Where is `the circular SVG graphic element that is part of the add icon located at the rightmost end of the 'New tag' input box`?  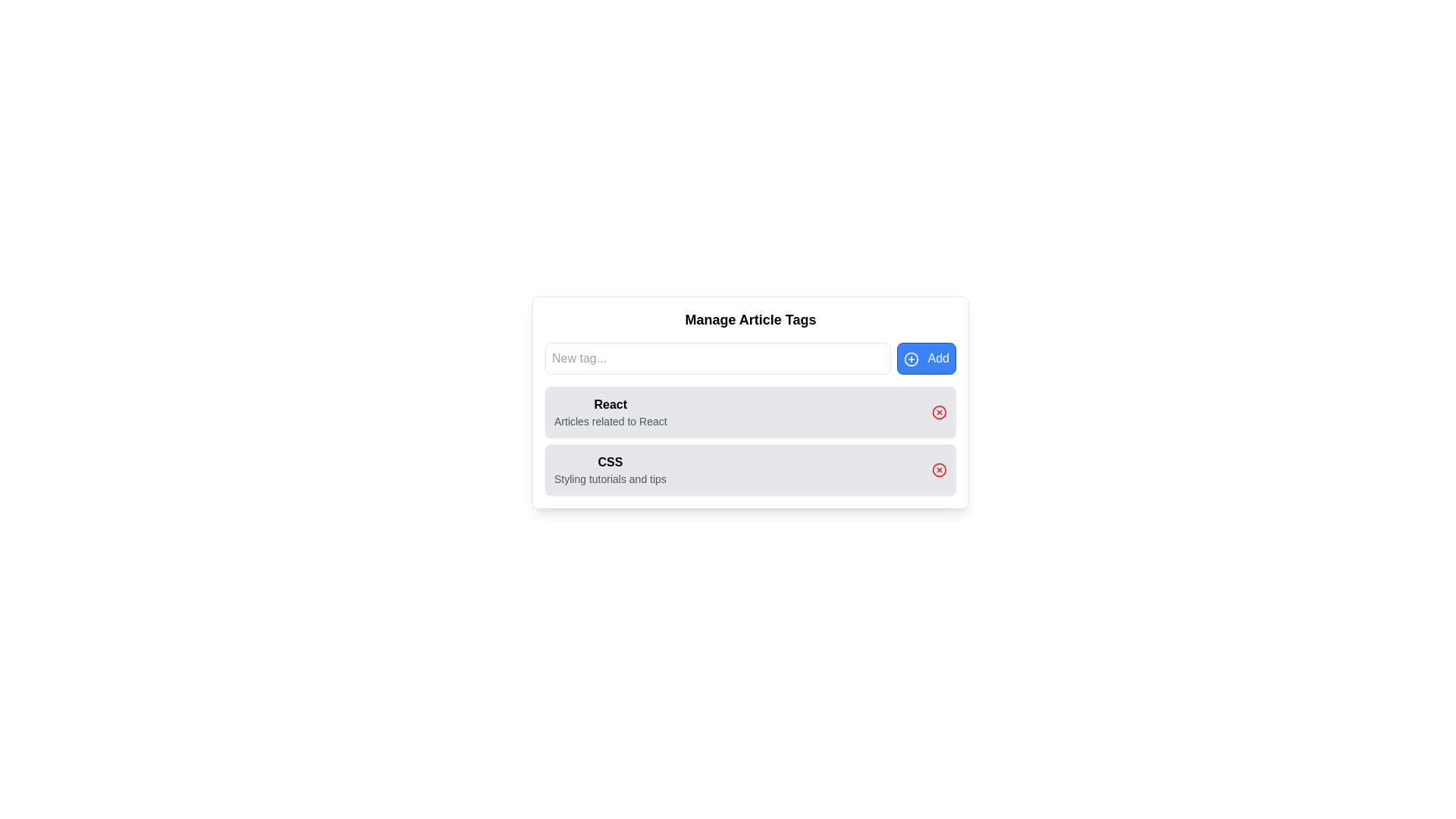
the circular SVG graphic element that is part of the add icon located at the rightmost end of the 'New tag' input box is located at coordinates (910, 359).